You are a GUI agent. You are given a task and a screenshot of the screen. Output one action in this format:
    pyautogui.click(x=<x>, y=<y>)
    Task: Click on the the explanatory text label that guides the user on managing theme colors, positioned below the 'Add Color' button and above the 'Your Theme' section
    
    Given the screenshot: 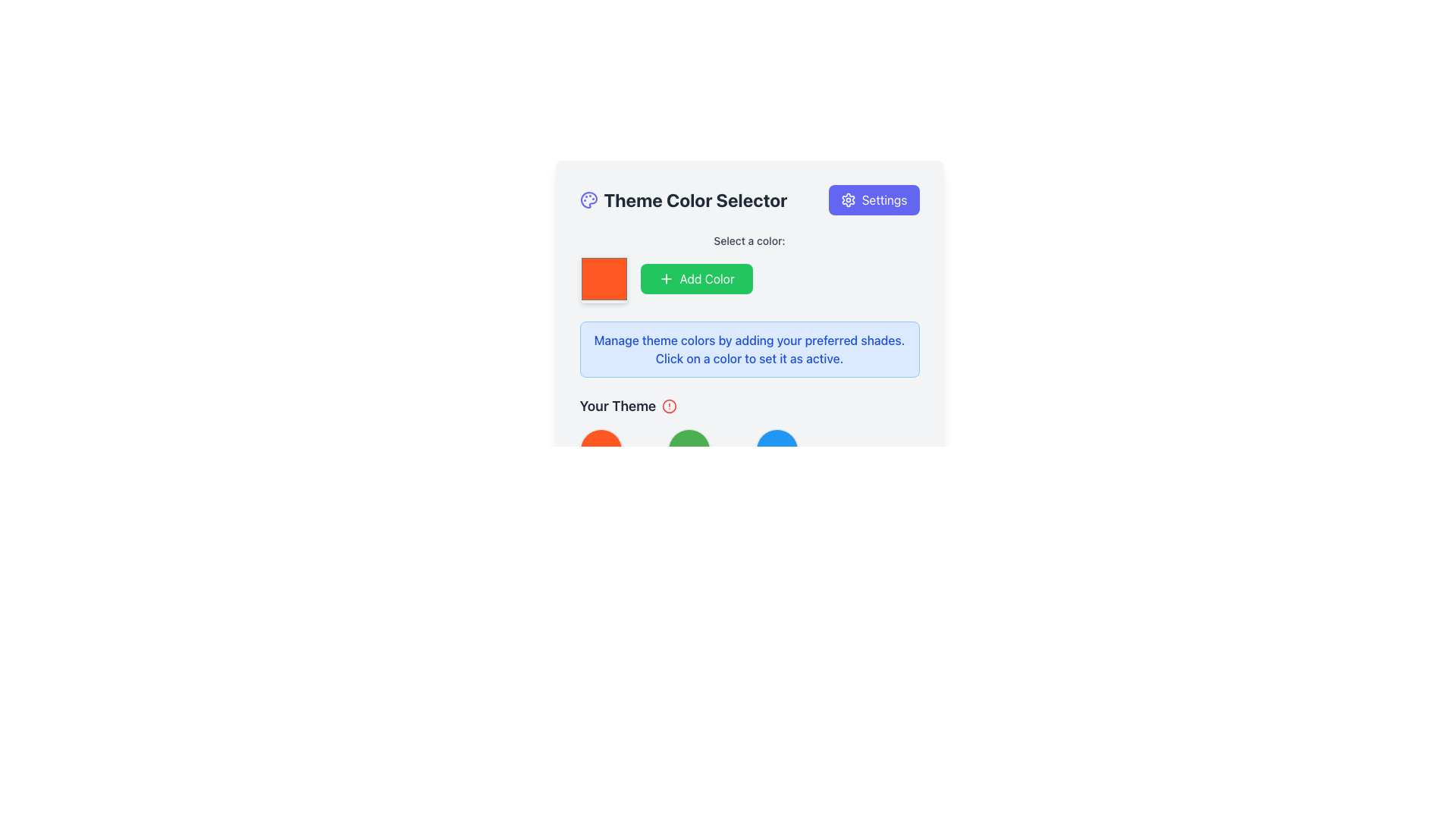 What is the action you would take?
    pyautogui.click(x=749, y=350)
    